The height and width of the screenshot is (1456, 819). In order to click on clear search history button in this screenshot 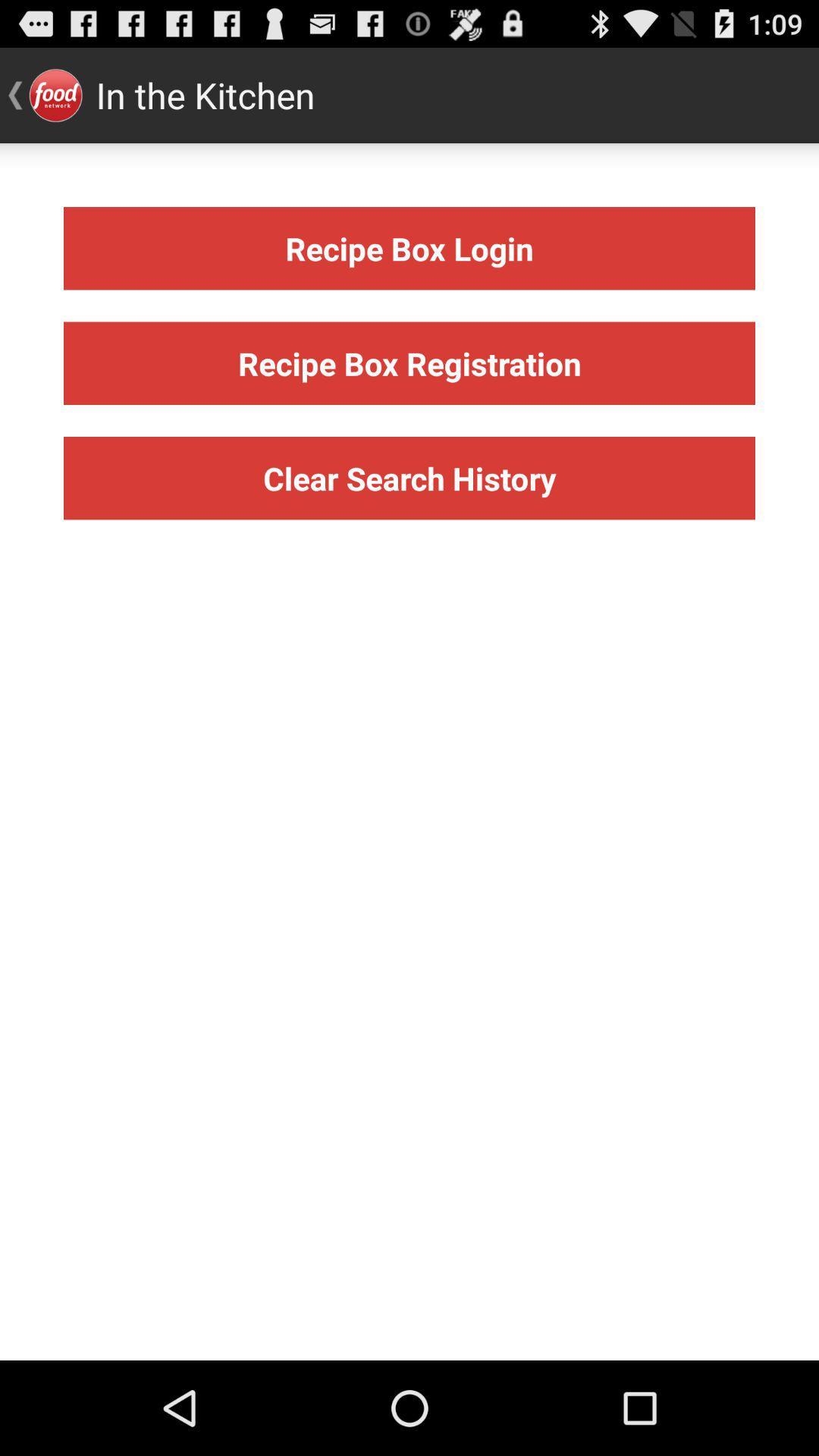, I will do `click(409, 477)`.